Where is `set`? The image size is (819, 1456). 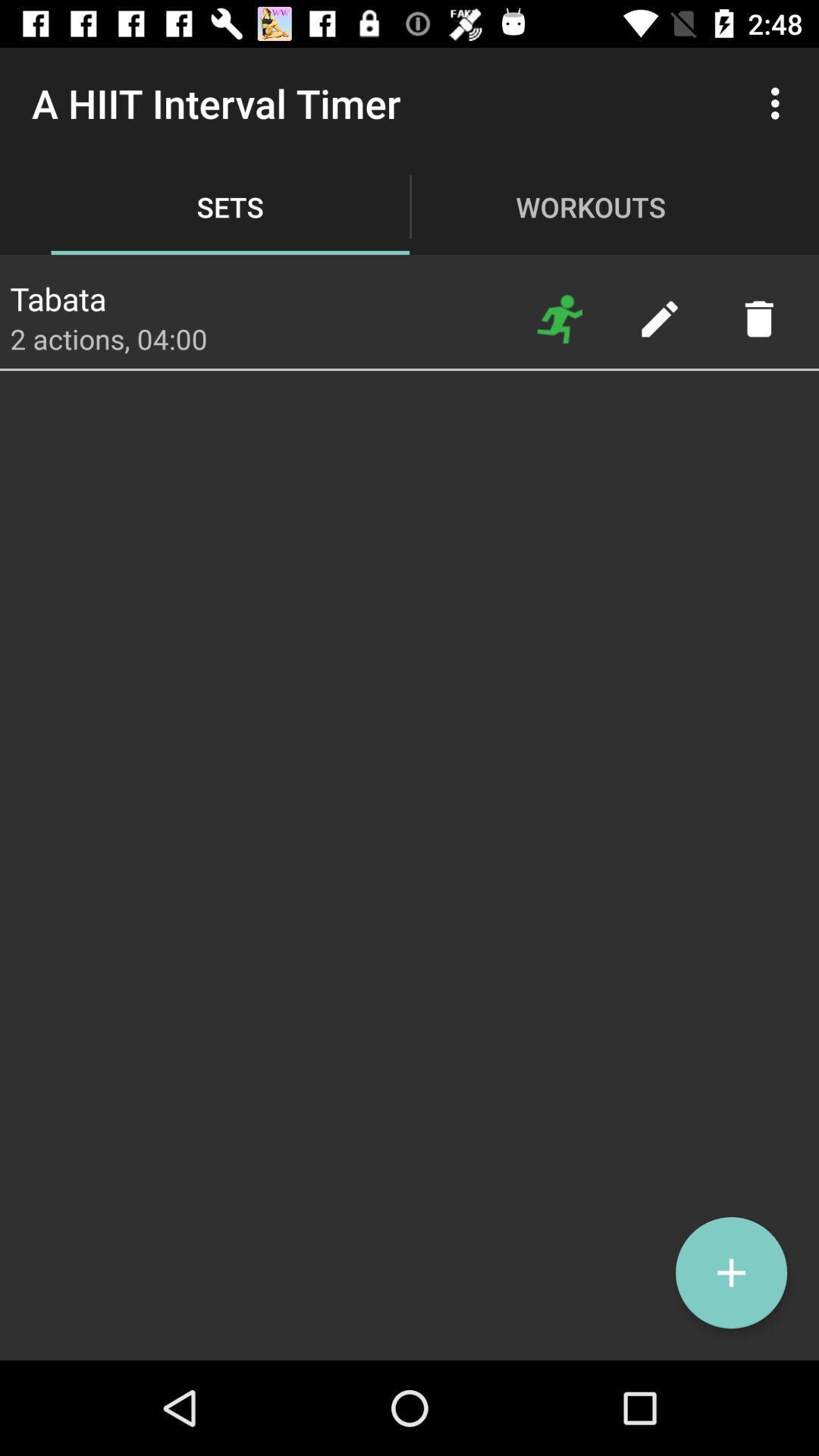
set is located at coordinates (730, 1272).